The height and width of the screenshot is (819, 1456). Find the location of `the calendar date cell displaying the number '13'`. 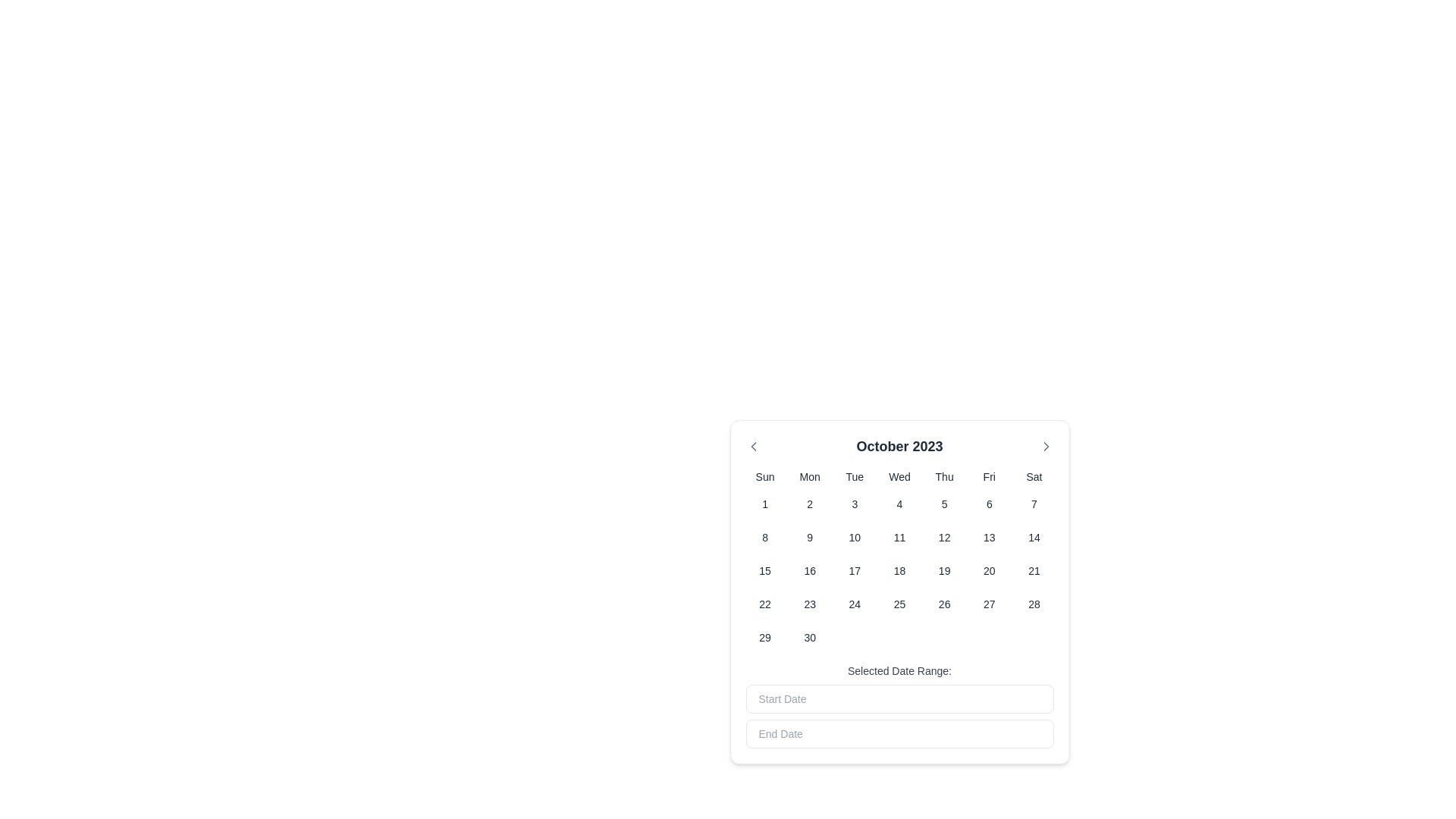

the calendar date cell displaying the number '13' is located at coordinates (989, 537).